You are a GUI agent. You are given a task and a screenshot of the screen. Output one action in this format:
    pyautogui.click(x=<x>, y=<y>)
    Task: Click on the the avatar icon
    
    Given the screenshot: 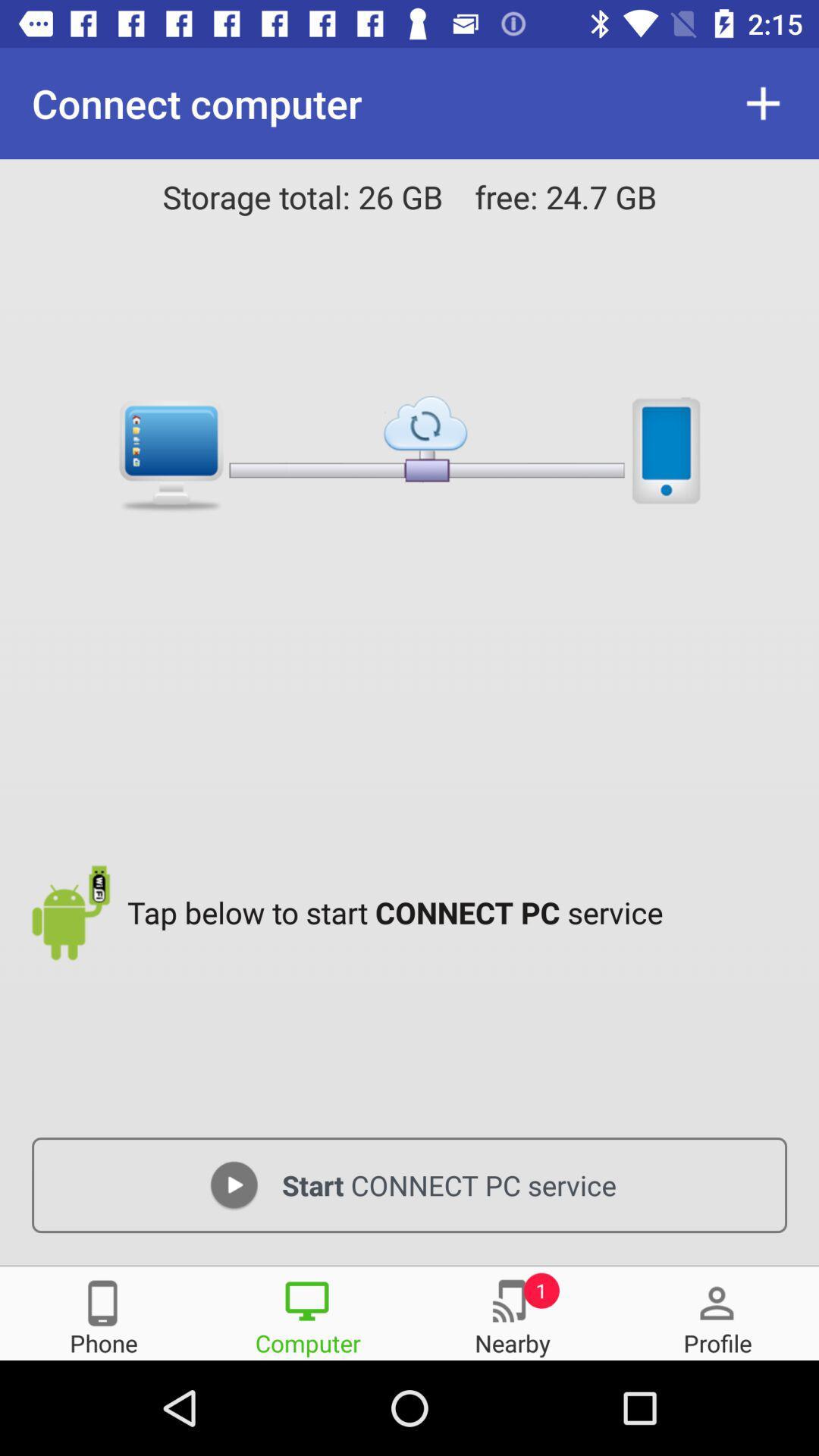 What is the action you would take?
    pyautogui.click(x=717, y=1312)
    